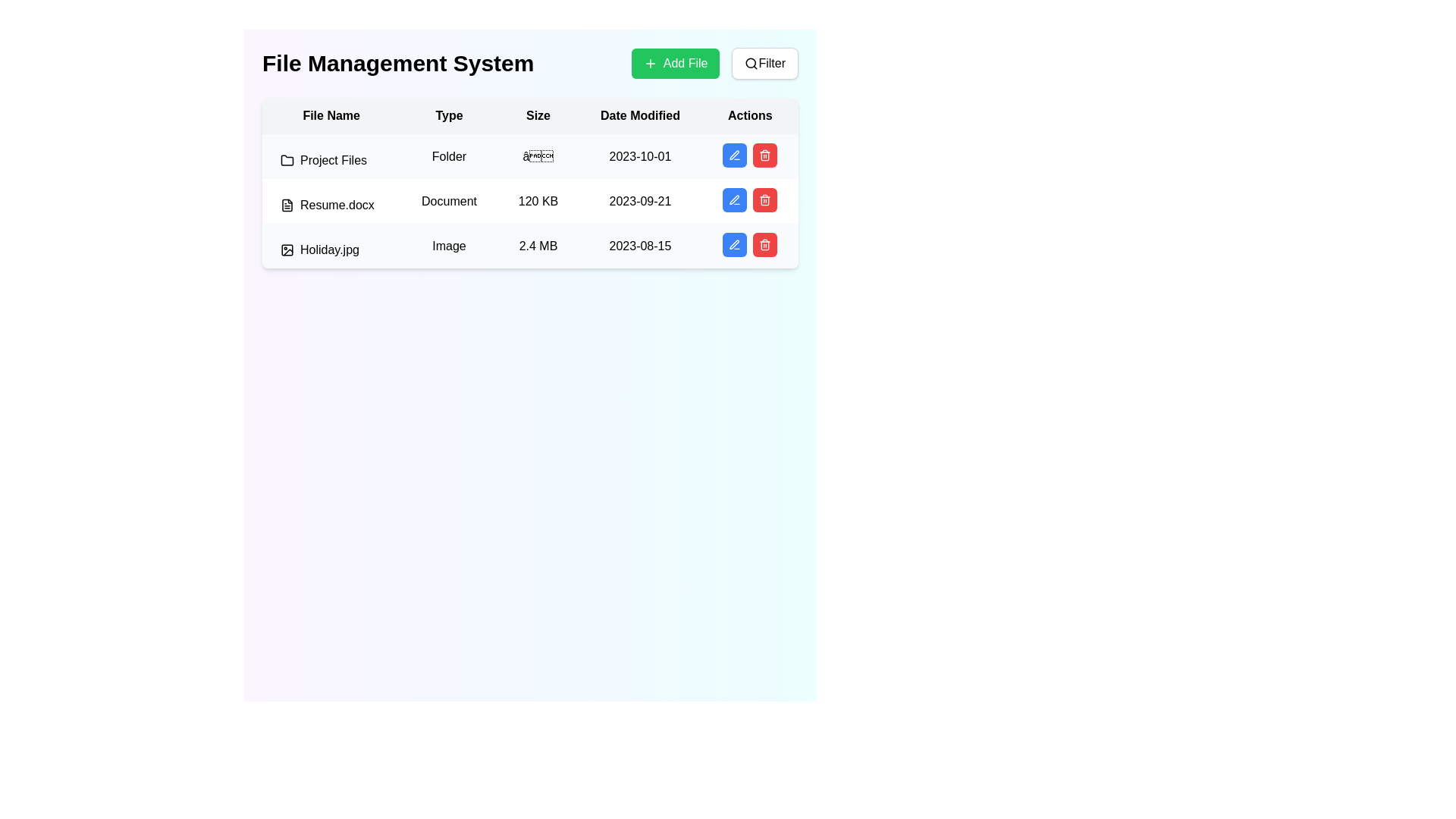  What do you see at coordinates (530, 115) in the screenshot?
I see `the Table Header Row of the file management table` at bounding box center [530, 115].